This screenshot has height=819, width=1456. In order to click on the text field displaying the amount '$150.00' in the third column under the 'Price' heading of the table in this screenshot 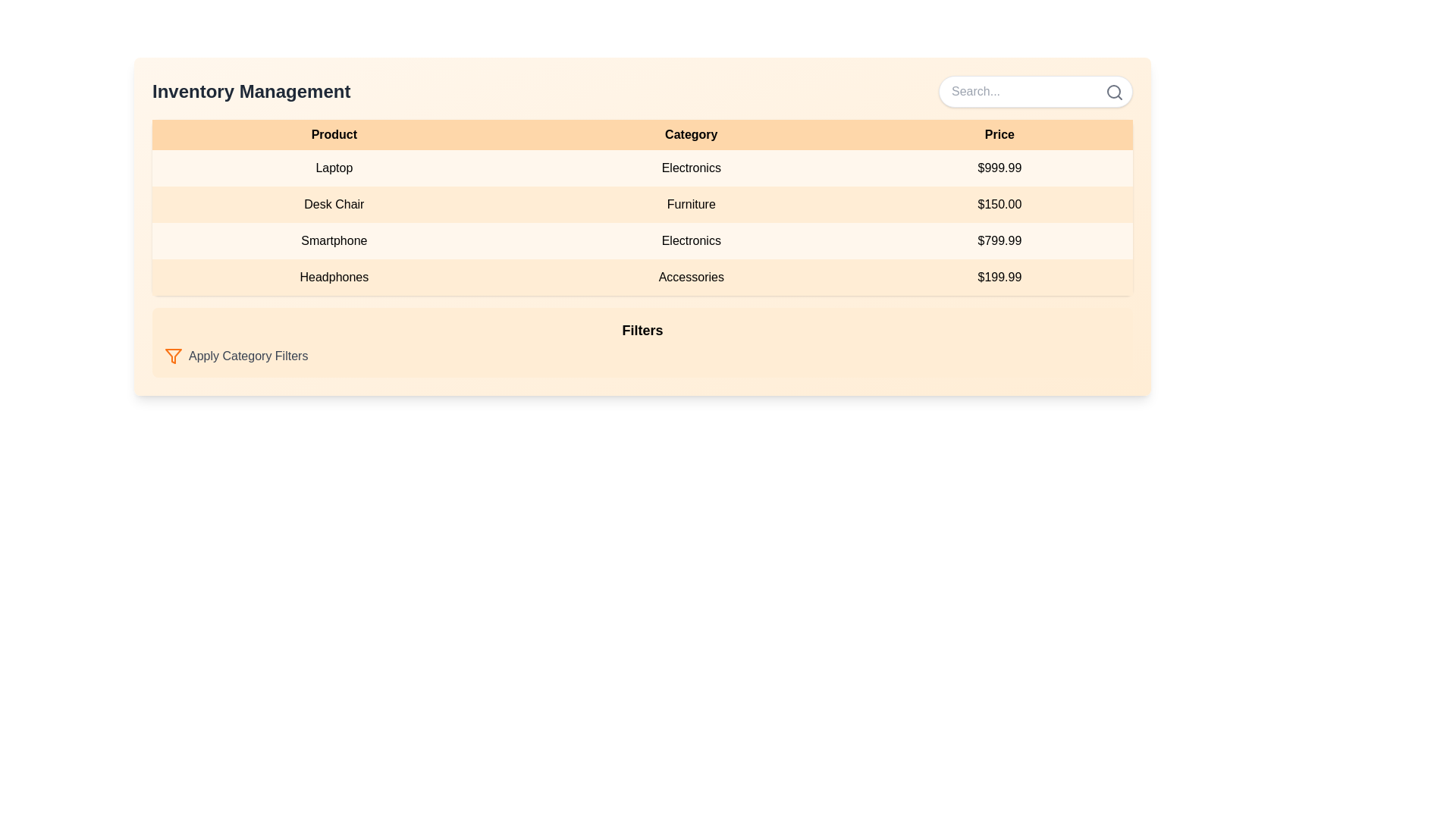, I will do `click(999, 205)`.